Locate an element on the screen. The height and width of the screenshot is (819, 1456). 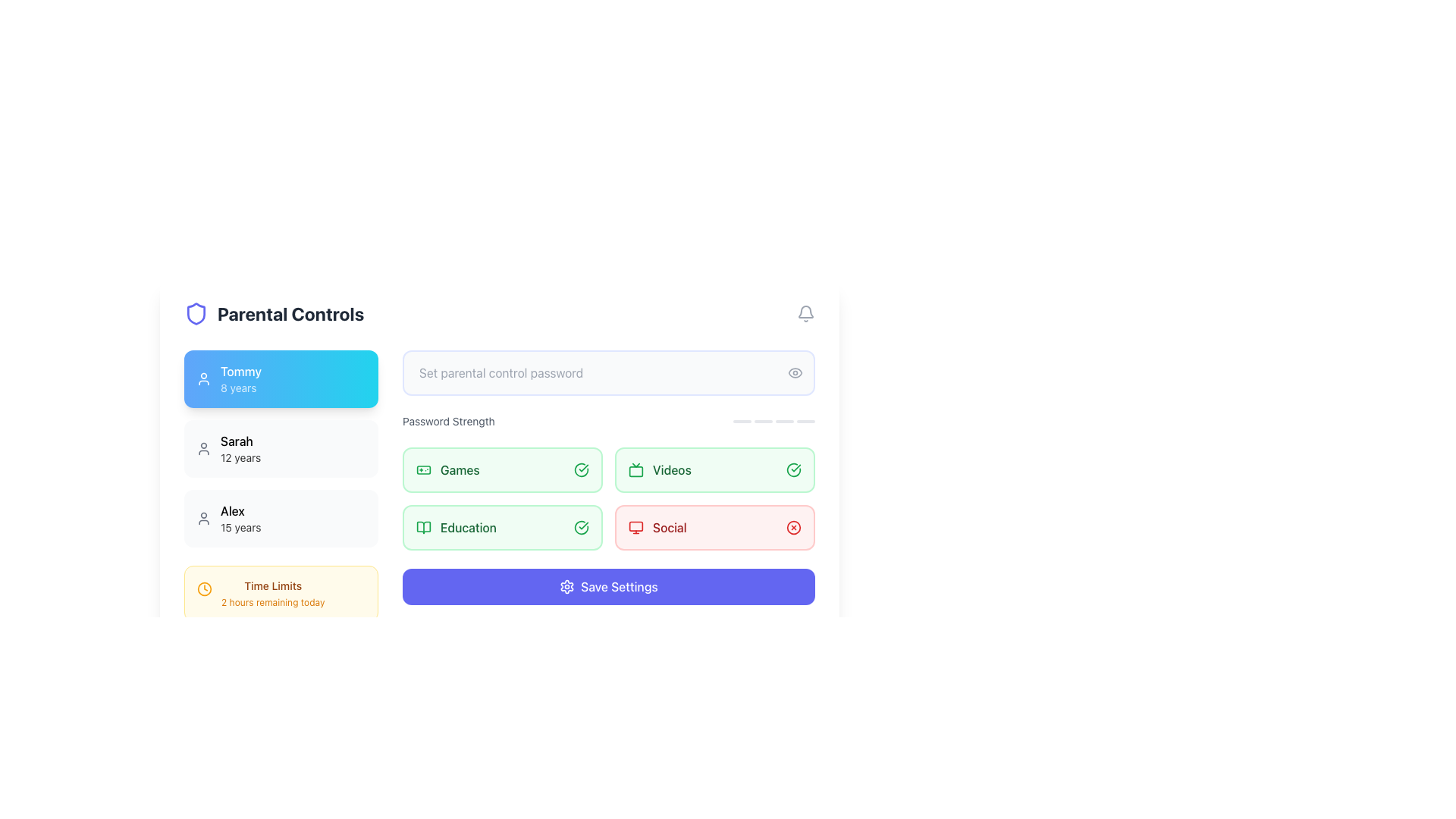
the 'Education' label in the parental control interface, which identifies the educational category and is located to the left of the 'Social' option is located at coordinates (468, 526).